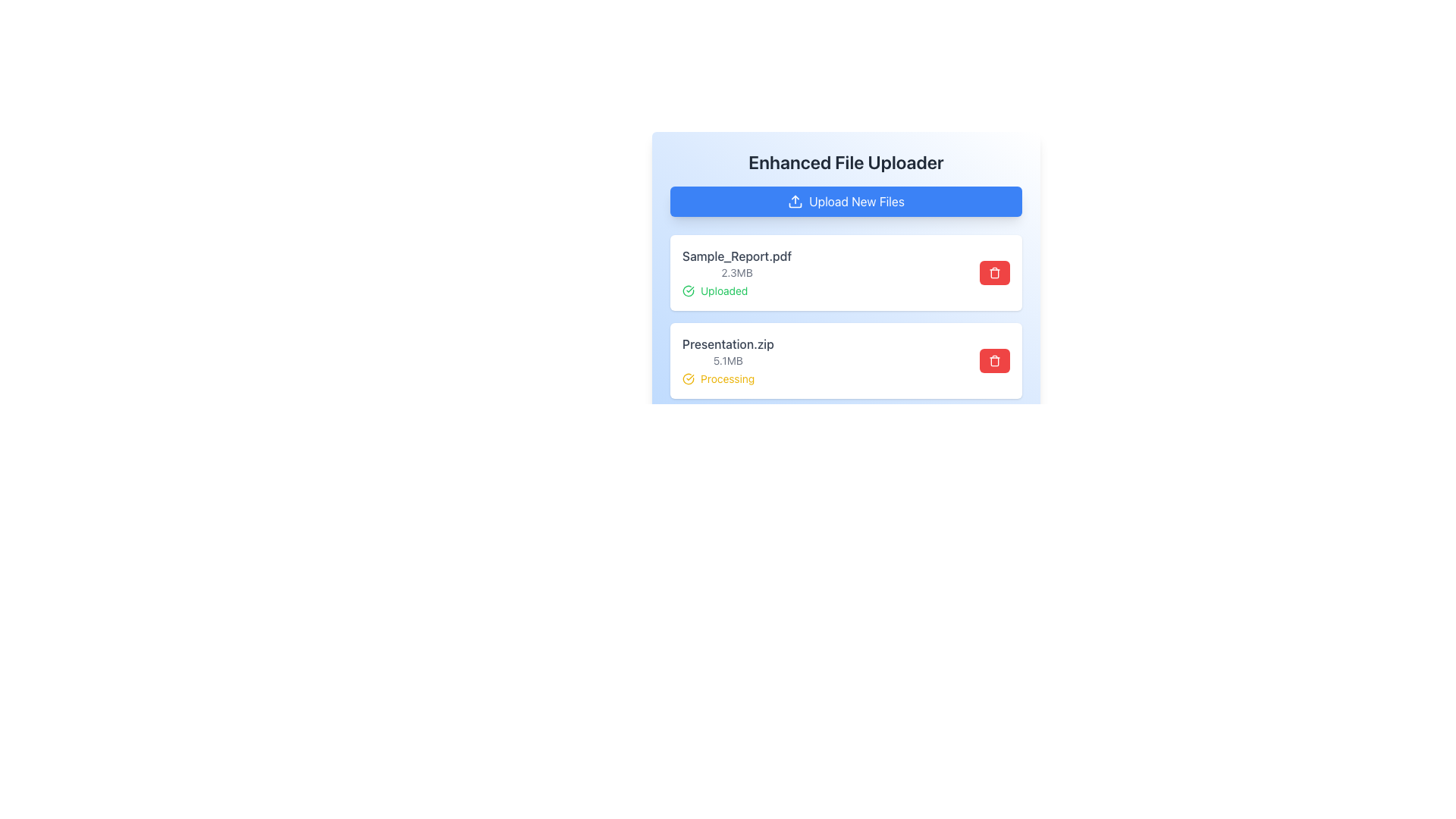  Describe the element at coordinates (846, 201) in the screenshot. I see `the 'Upload New Files' button located below the 'Enhanced File Uploader' heading` at that location.